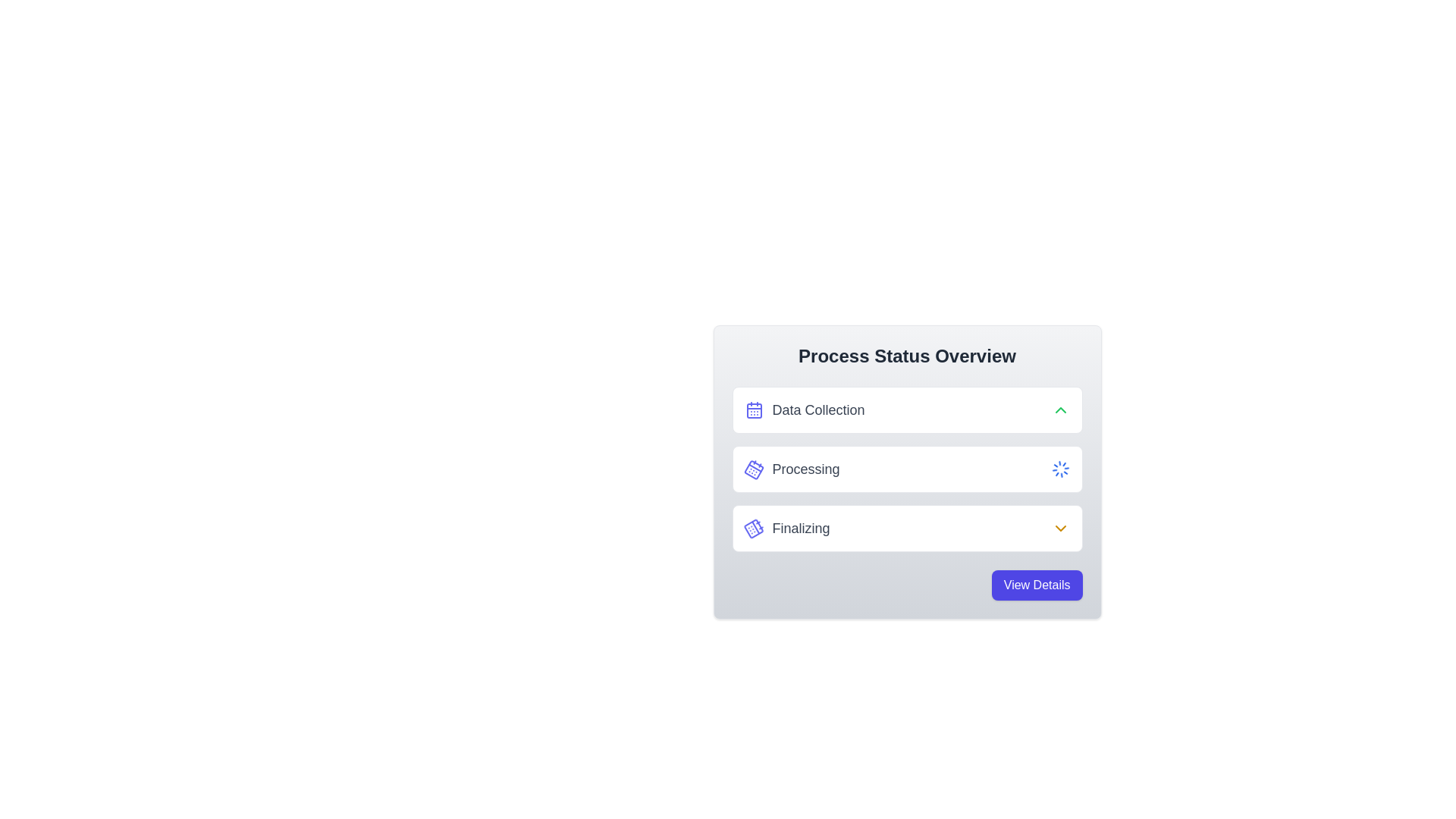 The image size is (1456, 819). I want to click on the yellow chevron-down icon located to the right of the 'Finalizing' text in the 'Process Status Overview' section, so click(1059, 528).